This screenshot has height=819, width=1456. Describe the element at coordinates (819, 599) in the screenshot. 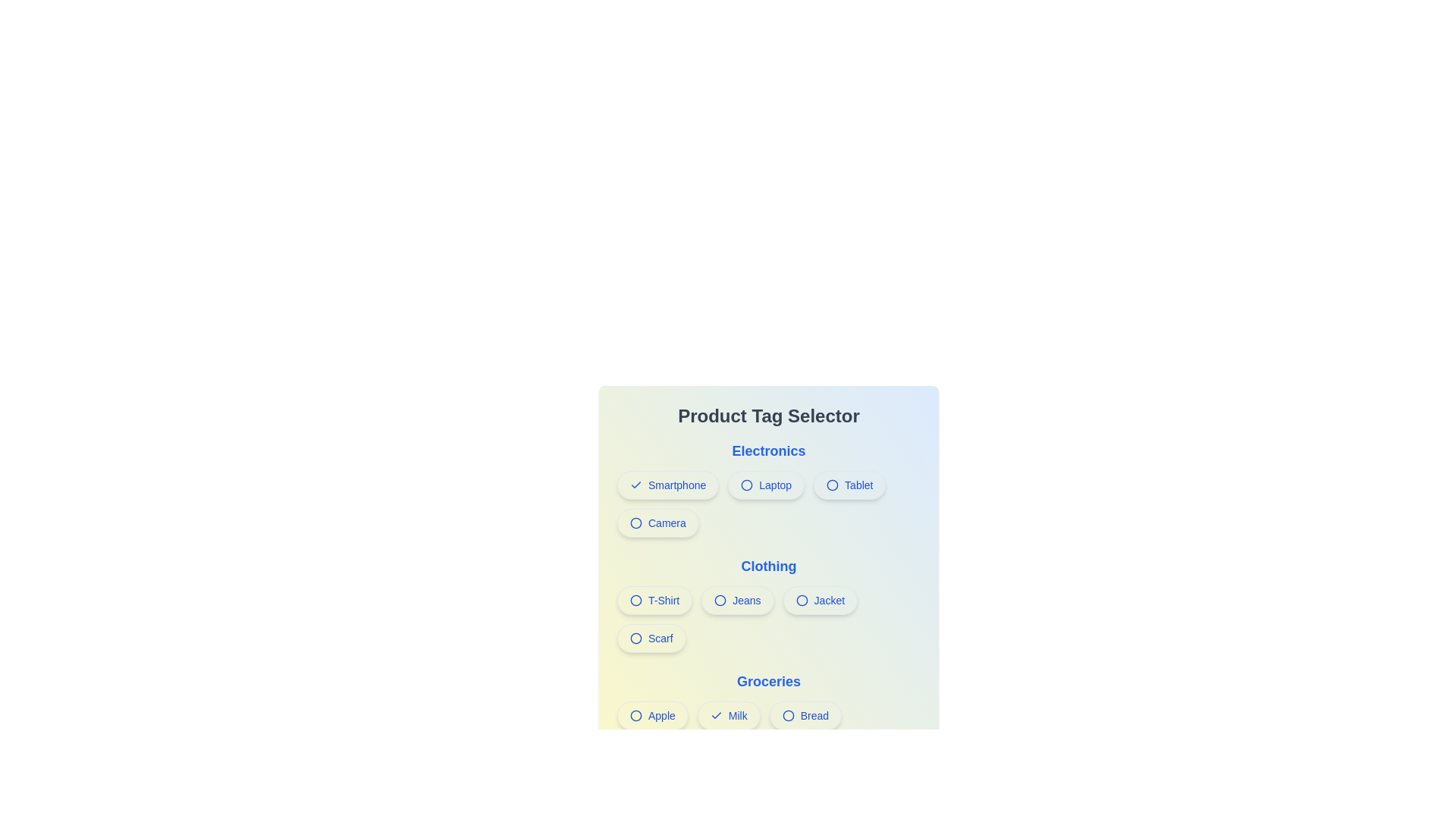

I see `the third selectable tag button labeled 'Jacket'` at that location.